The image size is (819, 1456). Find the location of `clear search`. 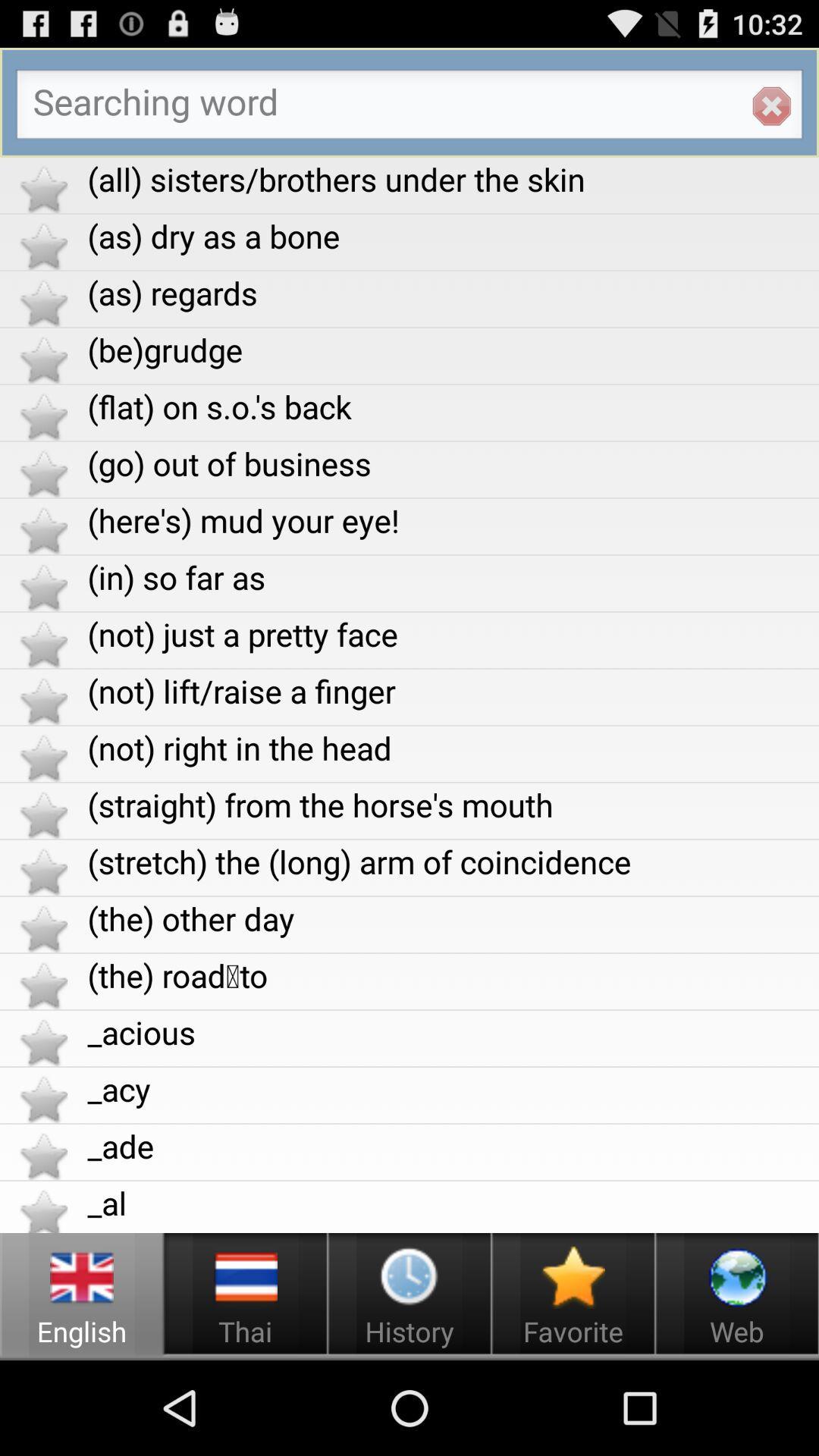

clear search is located at coordinates (771, 105).